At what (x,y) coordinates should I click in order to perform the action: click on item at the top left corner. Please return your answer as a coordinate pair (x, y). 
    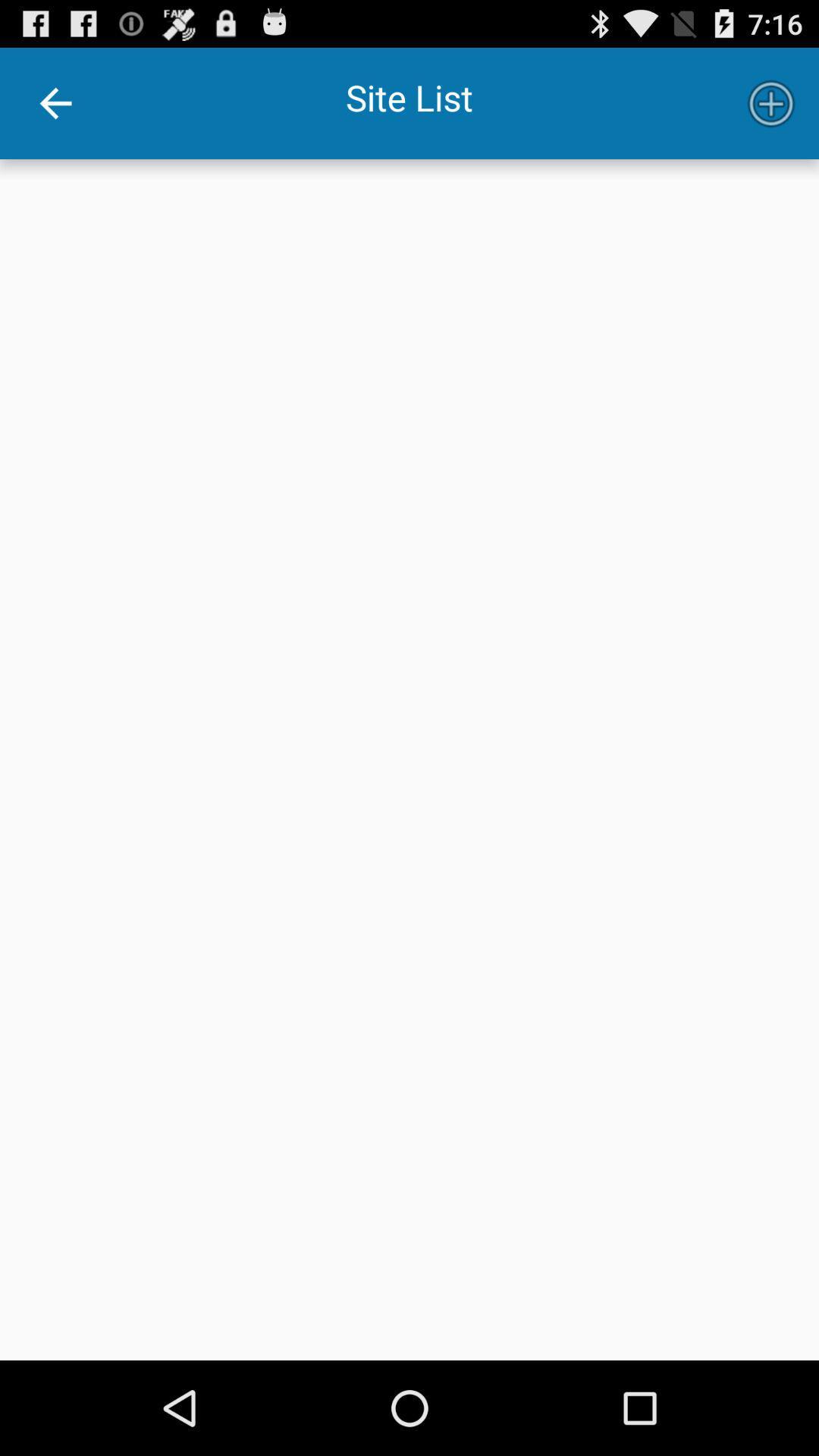
    Looking at the image, I should click on (55, 102).